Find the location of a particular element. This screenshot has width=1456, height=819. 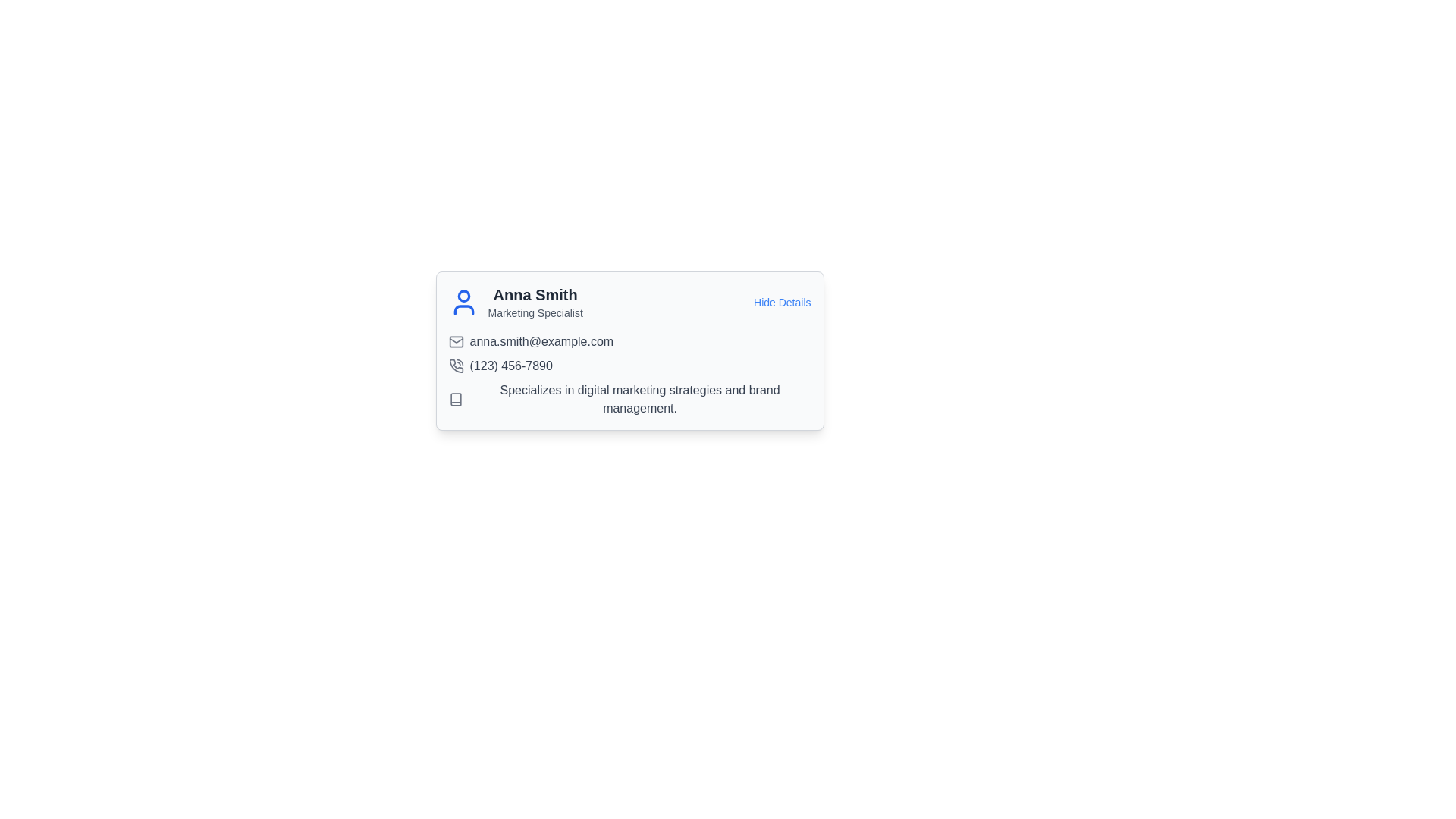

the phone number text display located is located at coordinates (511, 366).